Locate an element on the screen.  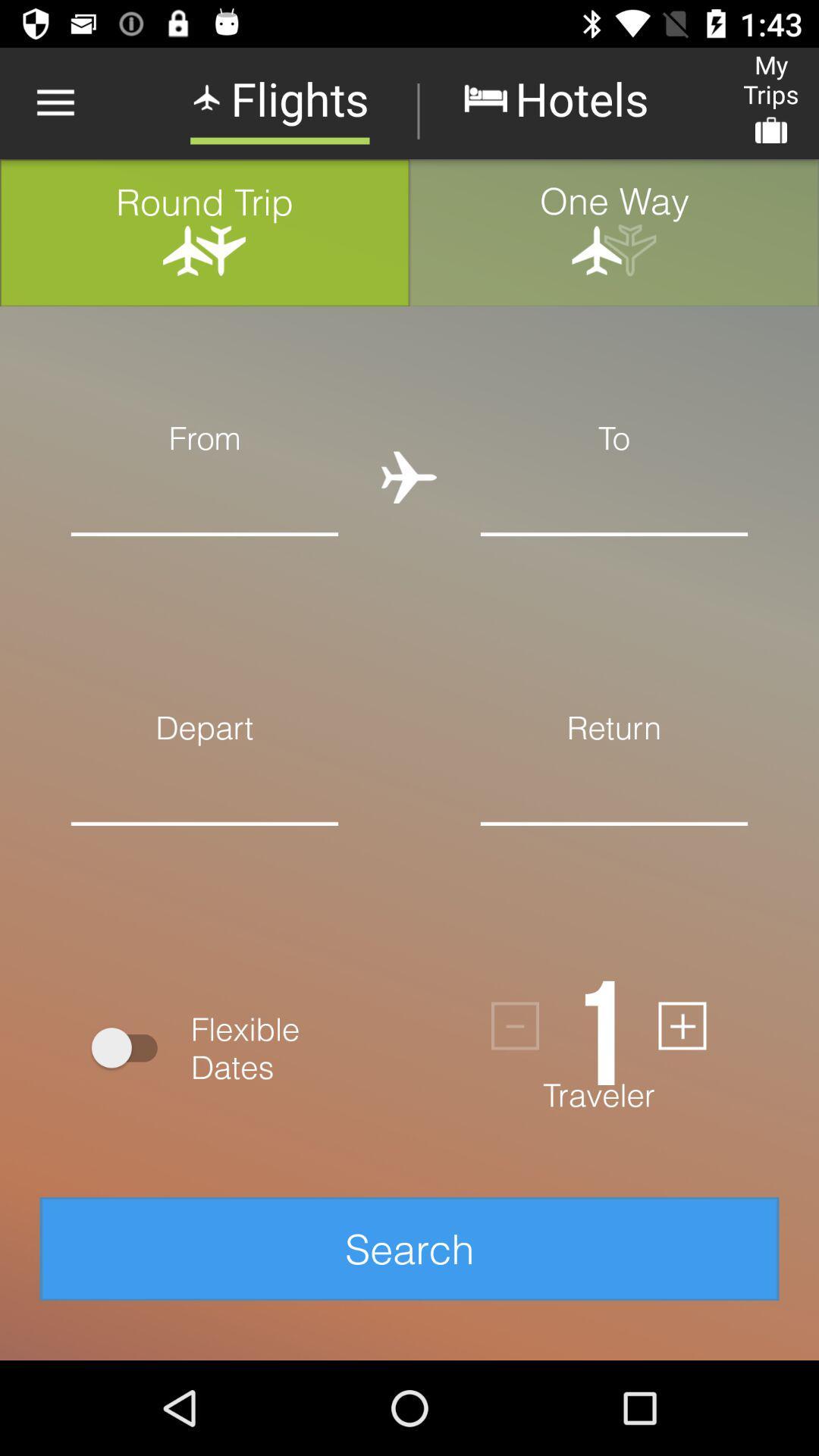
addition button is located at coordinates (681, 1026).